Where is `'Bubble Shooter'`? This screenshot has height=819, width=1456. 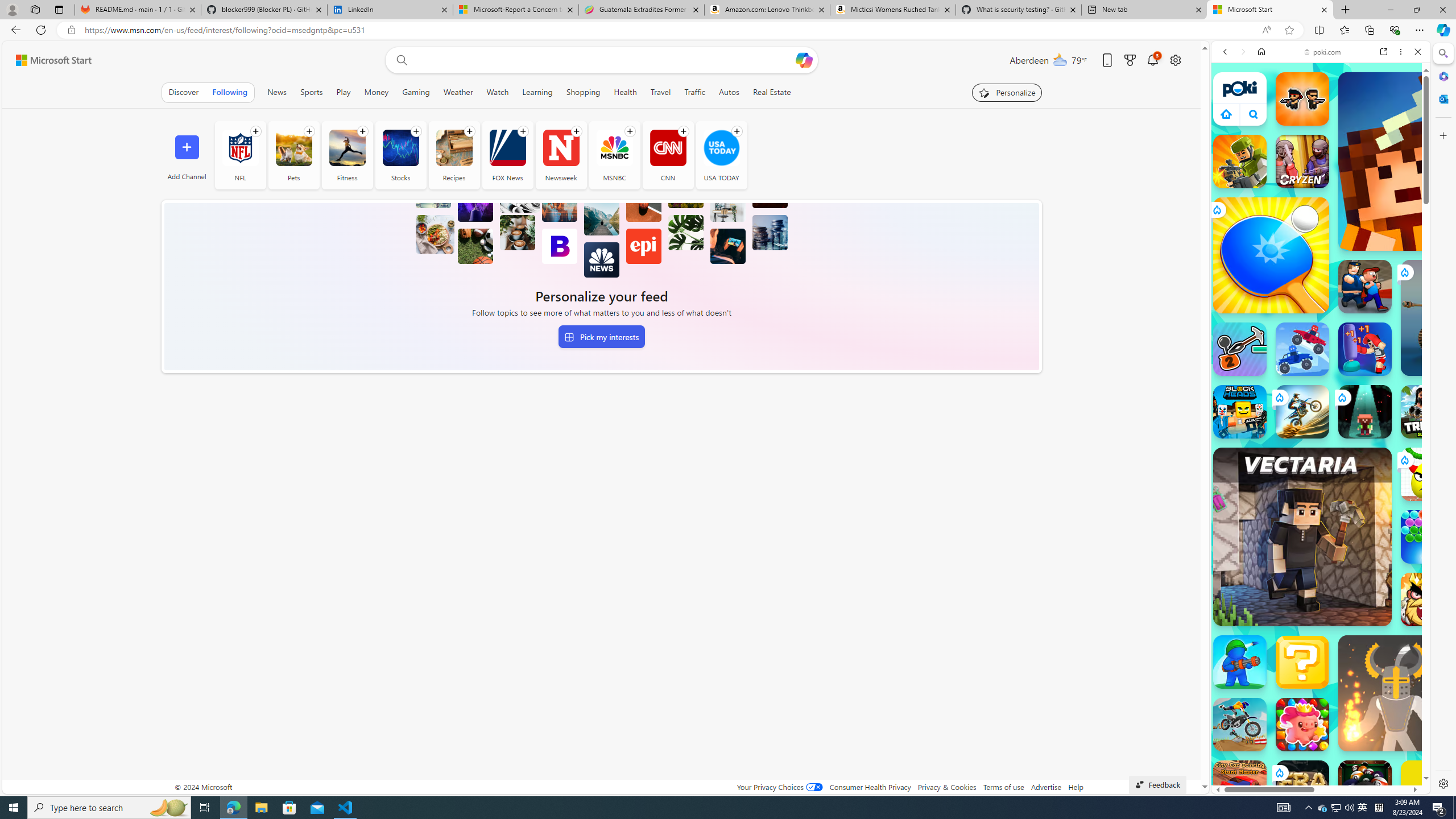
'Bubble Shooter' is located at coordinates (1428, 536).